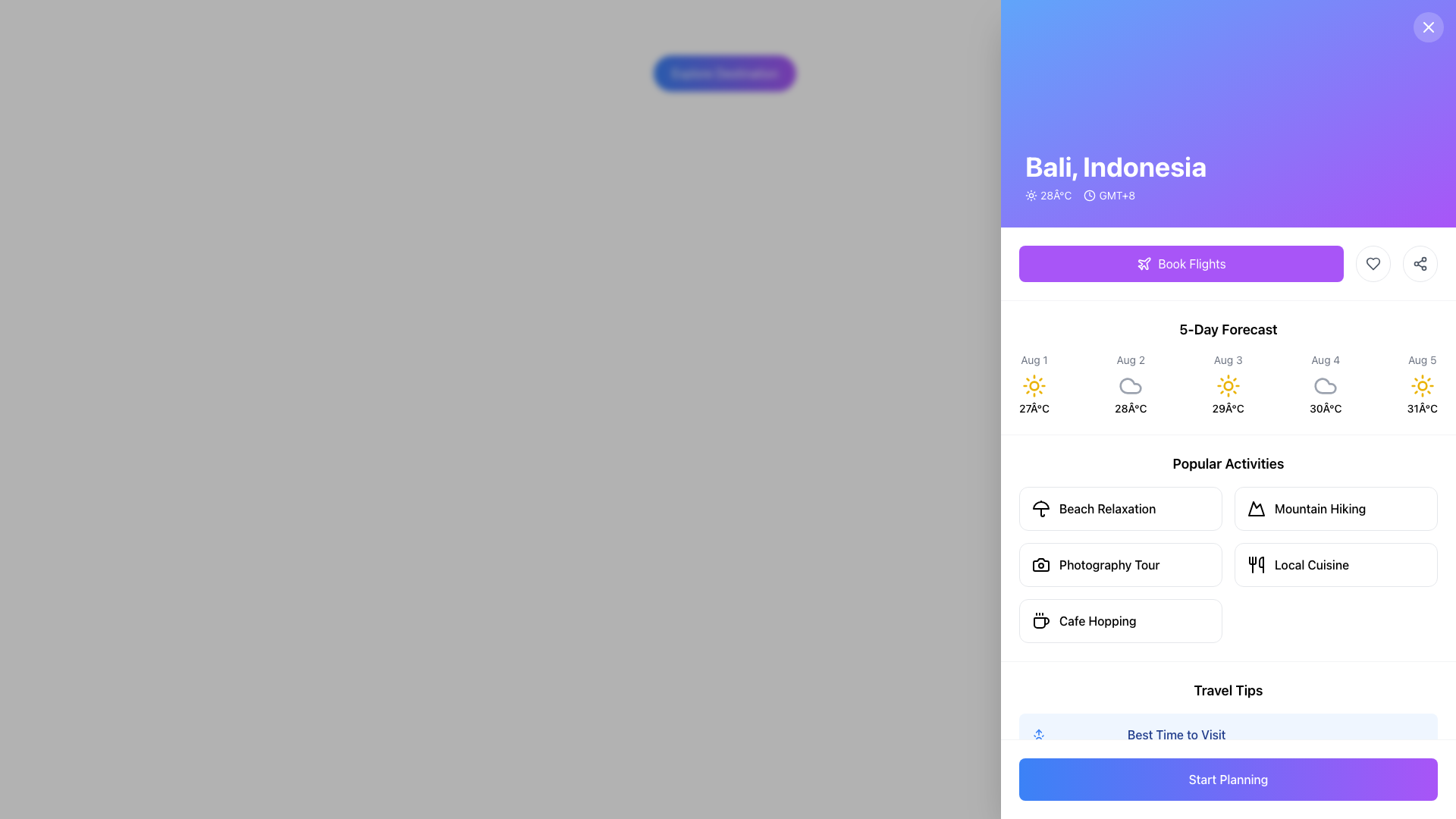  What do you see at coordinates (1373, 262) in the screenshot?
I see `the heart-shaped icon located on the right side of the interface, adjacent to action buttons below the title 'Bali, Indonesia'` at bounding box center [1373, 262].